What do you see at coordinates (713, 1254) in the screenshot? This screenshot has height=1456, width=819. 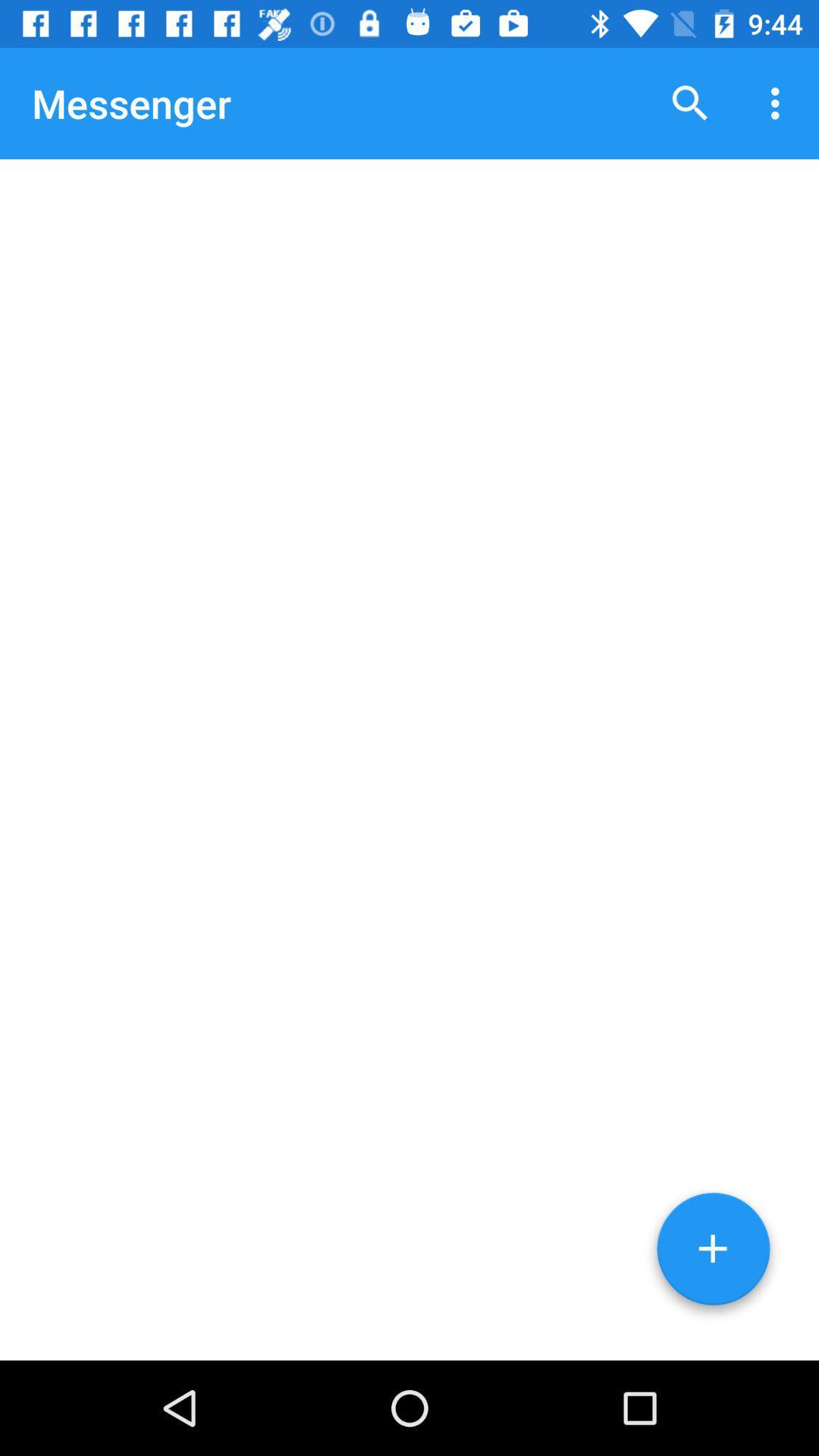 I see `the add icon` at bounding box center [713, 1254].